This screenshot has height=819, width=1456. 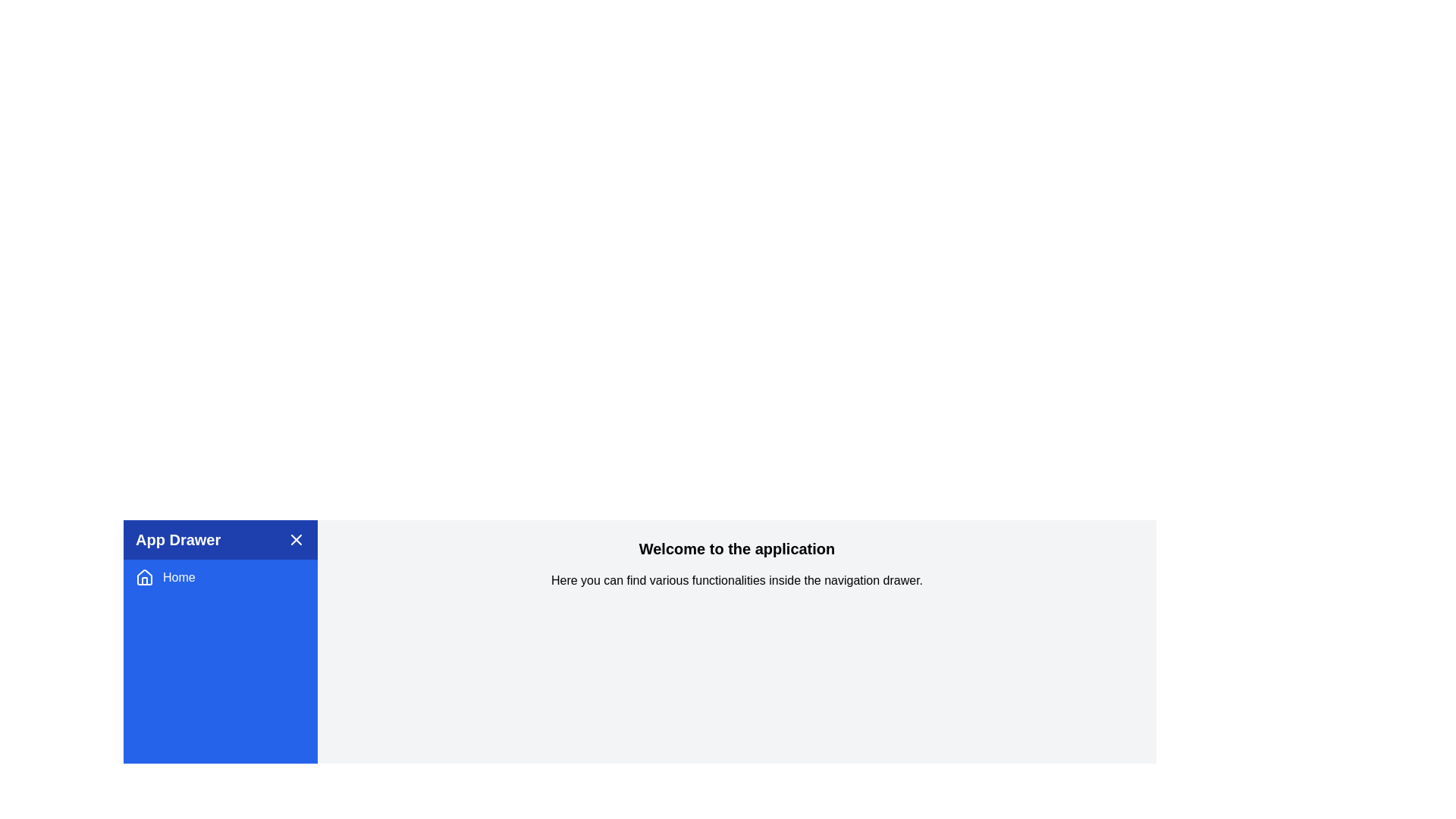 I want to click on static text element labeled 'App Drawer' located in the blue header bar at the top of the sidebar navigation drawer, so click(x=178, y=539).